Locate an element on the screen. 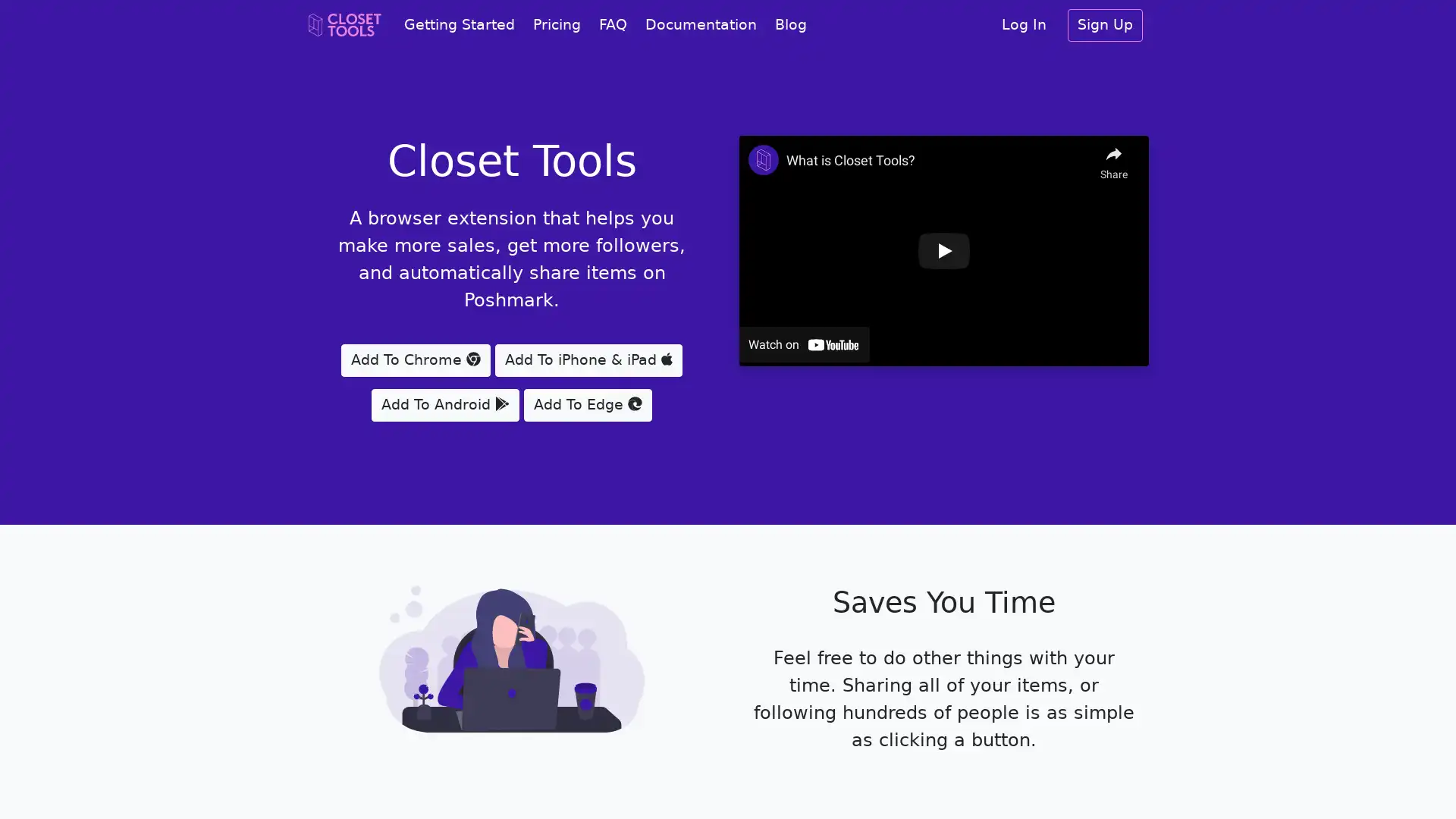  Add To iPhone & iPad is located at coordinates (588, 359).